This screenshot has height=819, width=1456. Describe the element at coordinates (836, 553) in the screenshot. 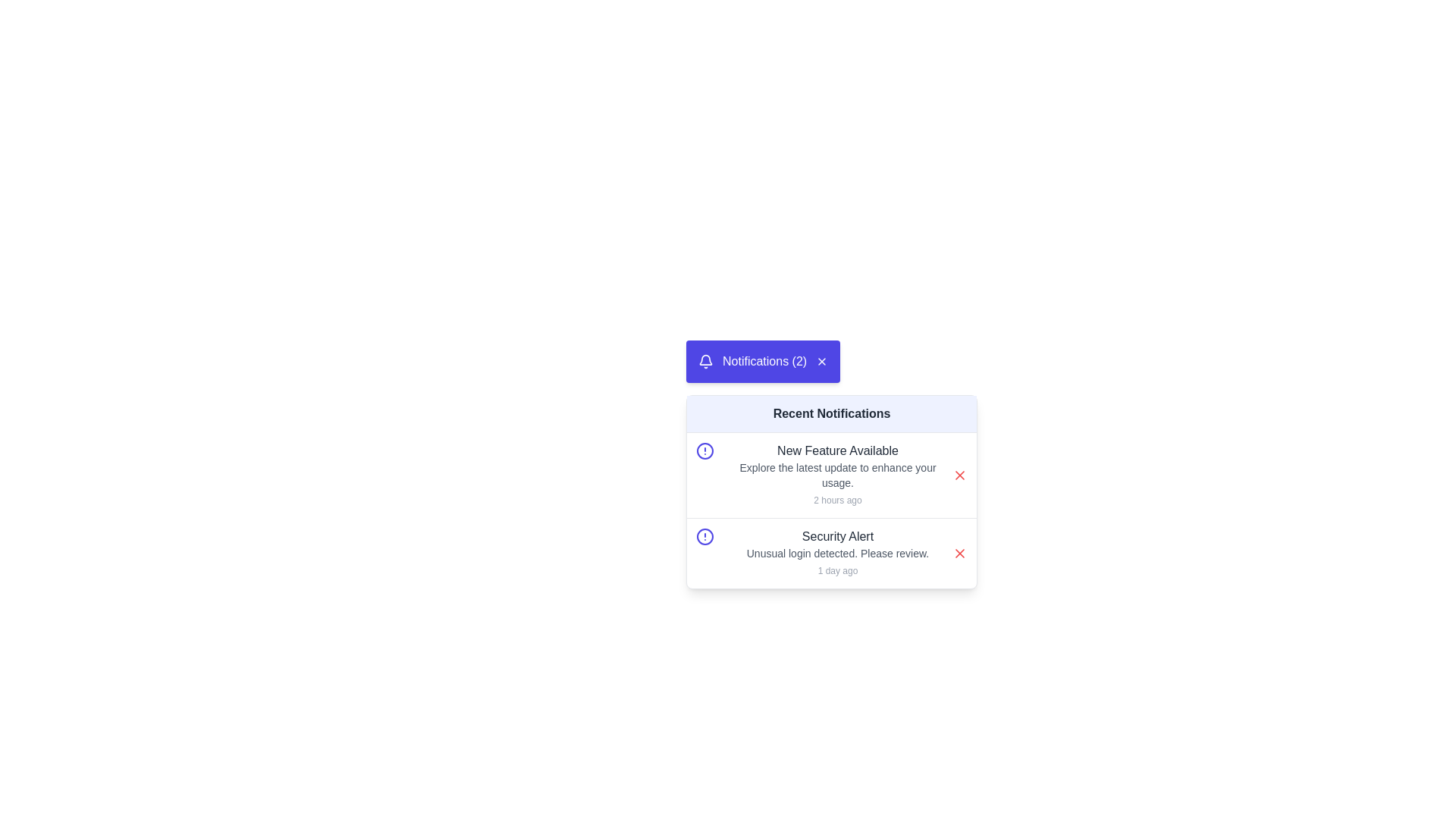

I see `the text element reading 'Unusual login detected. Please review.' which is part of the 'Security Alert' notification` at that location.